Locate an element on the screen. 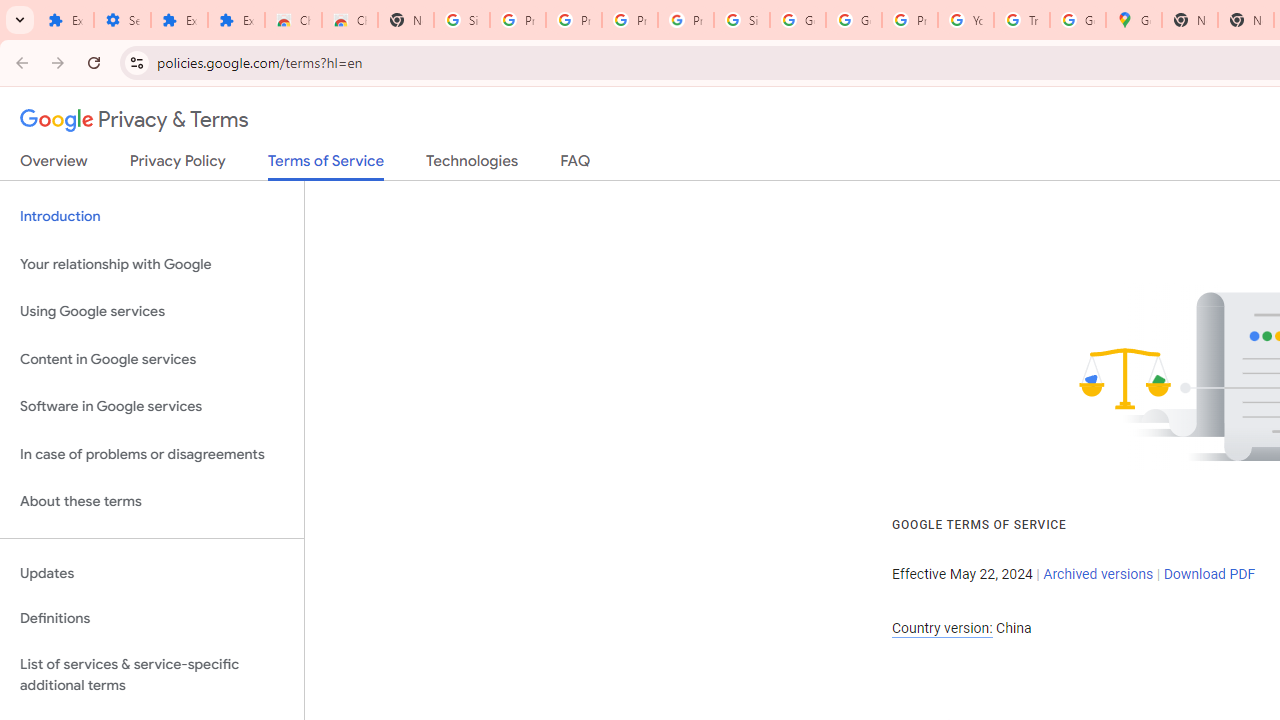 The image size is (1280, 720). 'Settings' is located at coordinates (121, 20).